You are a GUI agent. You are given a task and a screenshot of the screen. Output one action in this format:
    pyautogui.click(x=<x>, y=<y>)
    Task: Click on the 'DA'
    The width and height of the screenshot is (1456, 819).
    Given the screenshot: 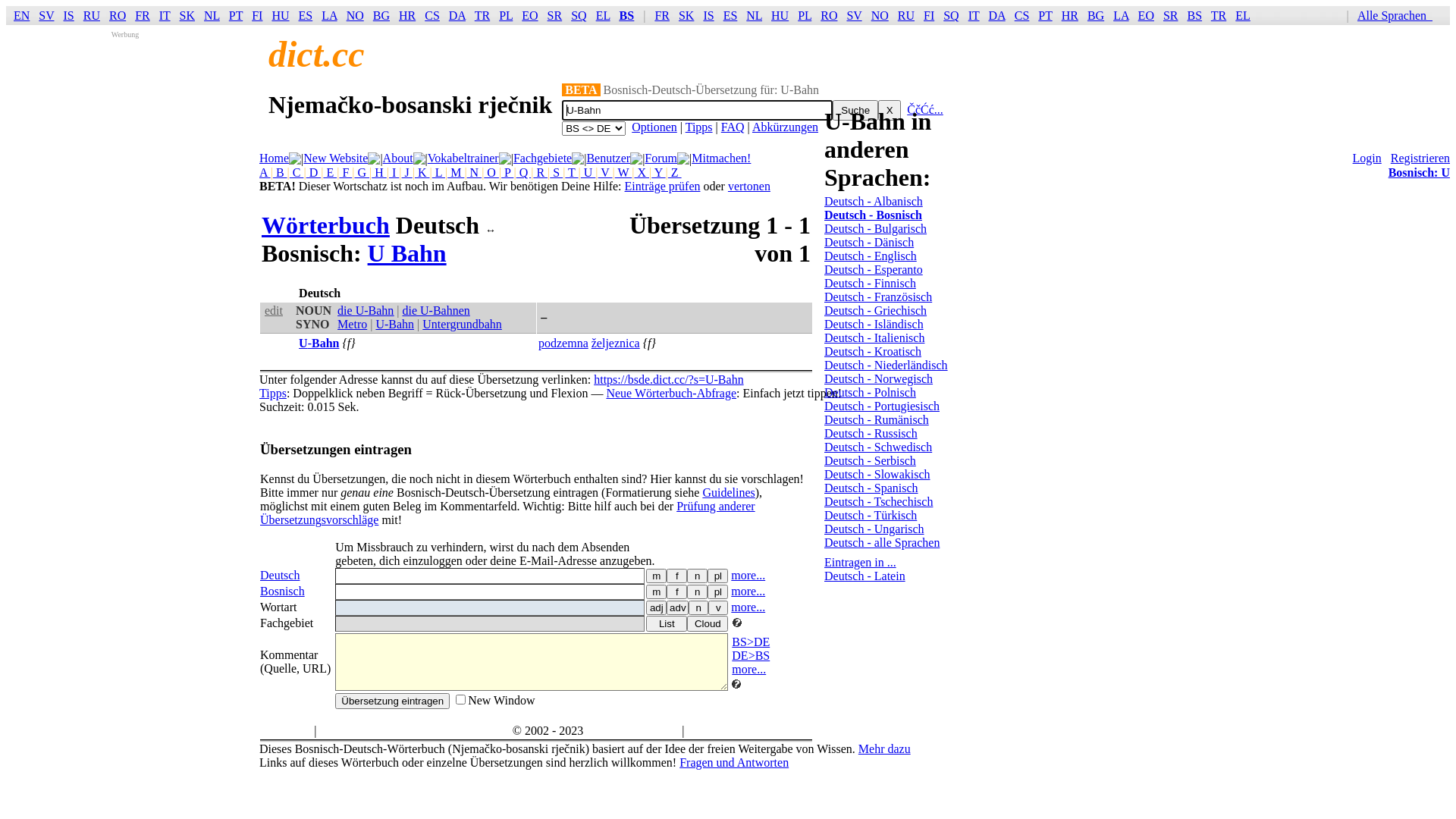 What is the action you would take?
    pyautogui.click(x=457, y=15)
    